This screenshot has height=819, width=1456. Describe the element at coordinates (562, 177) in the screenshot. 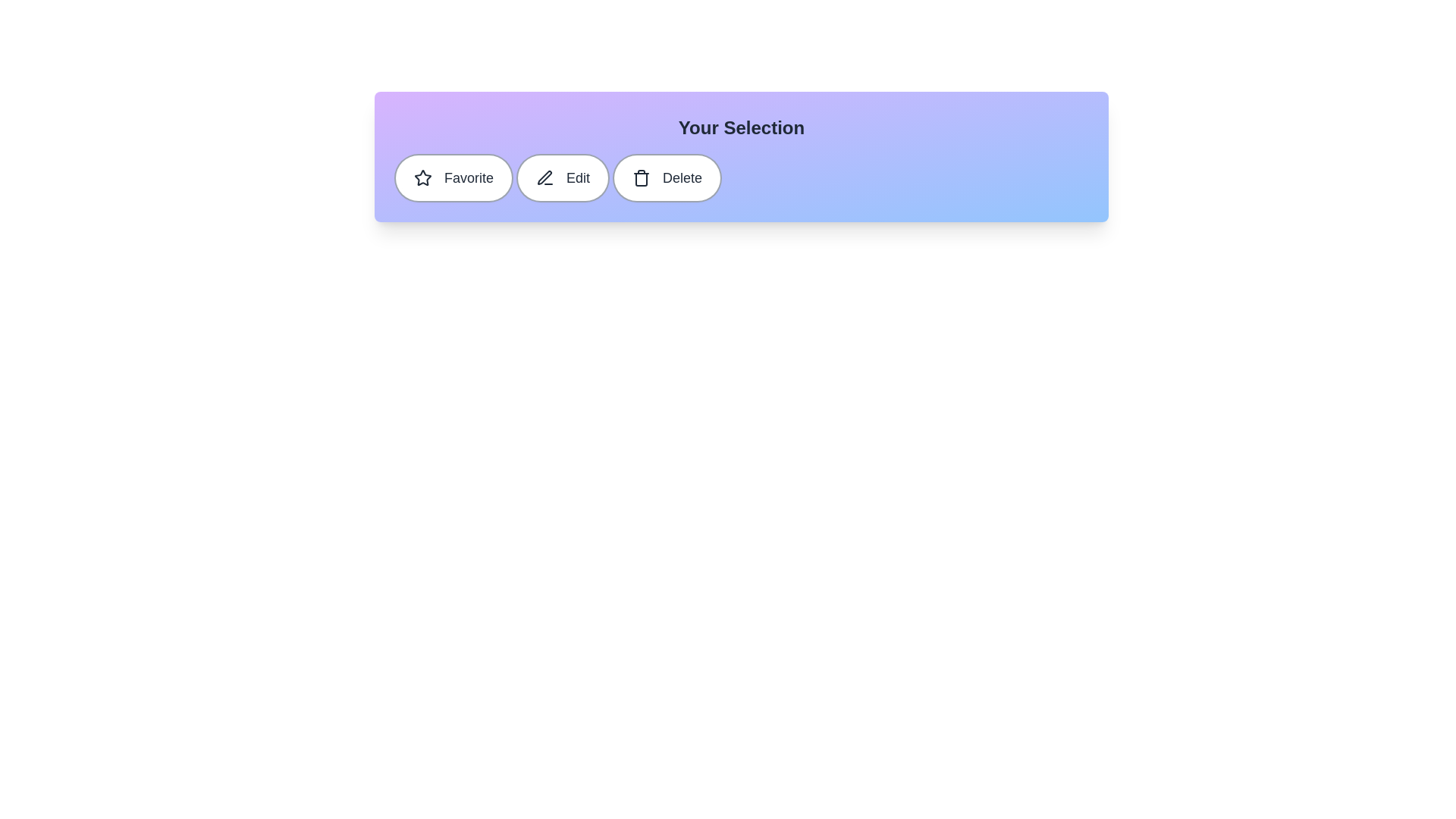

I see `the 'Edit' chip button to toggle its active state` at that location.